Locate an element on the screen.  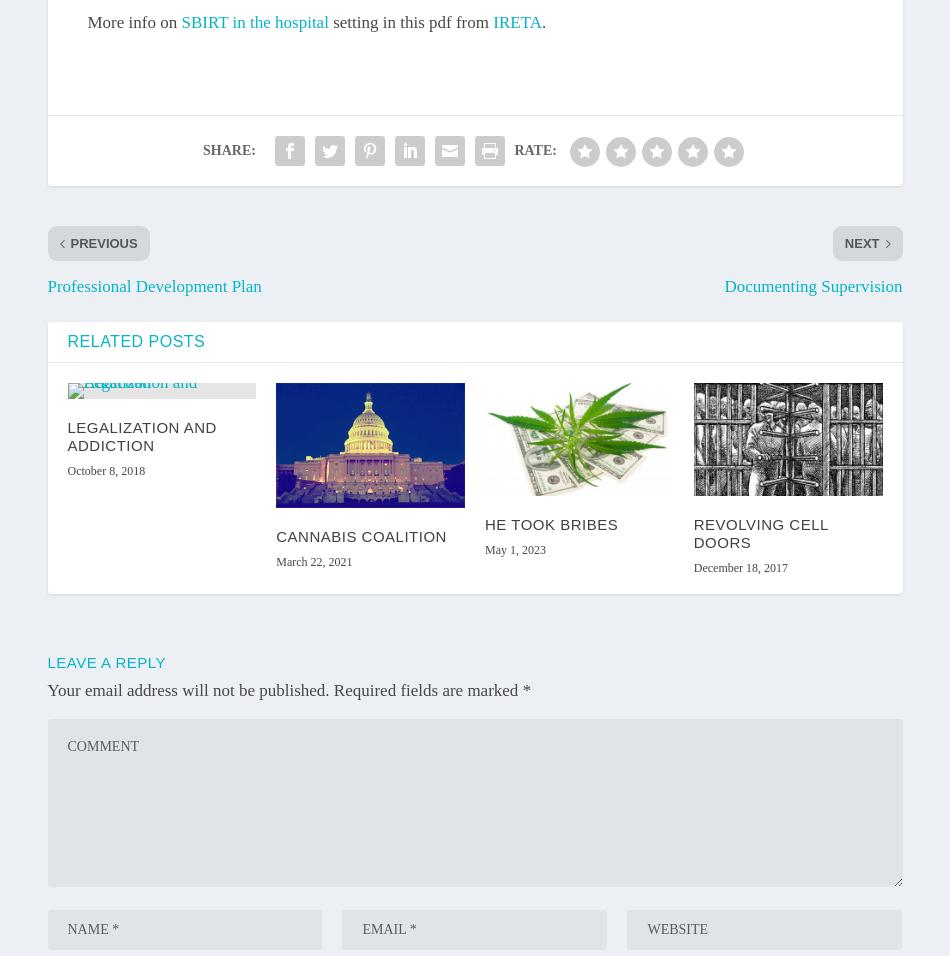
'December 18, 2017' is located at coordinates (739, 566).